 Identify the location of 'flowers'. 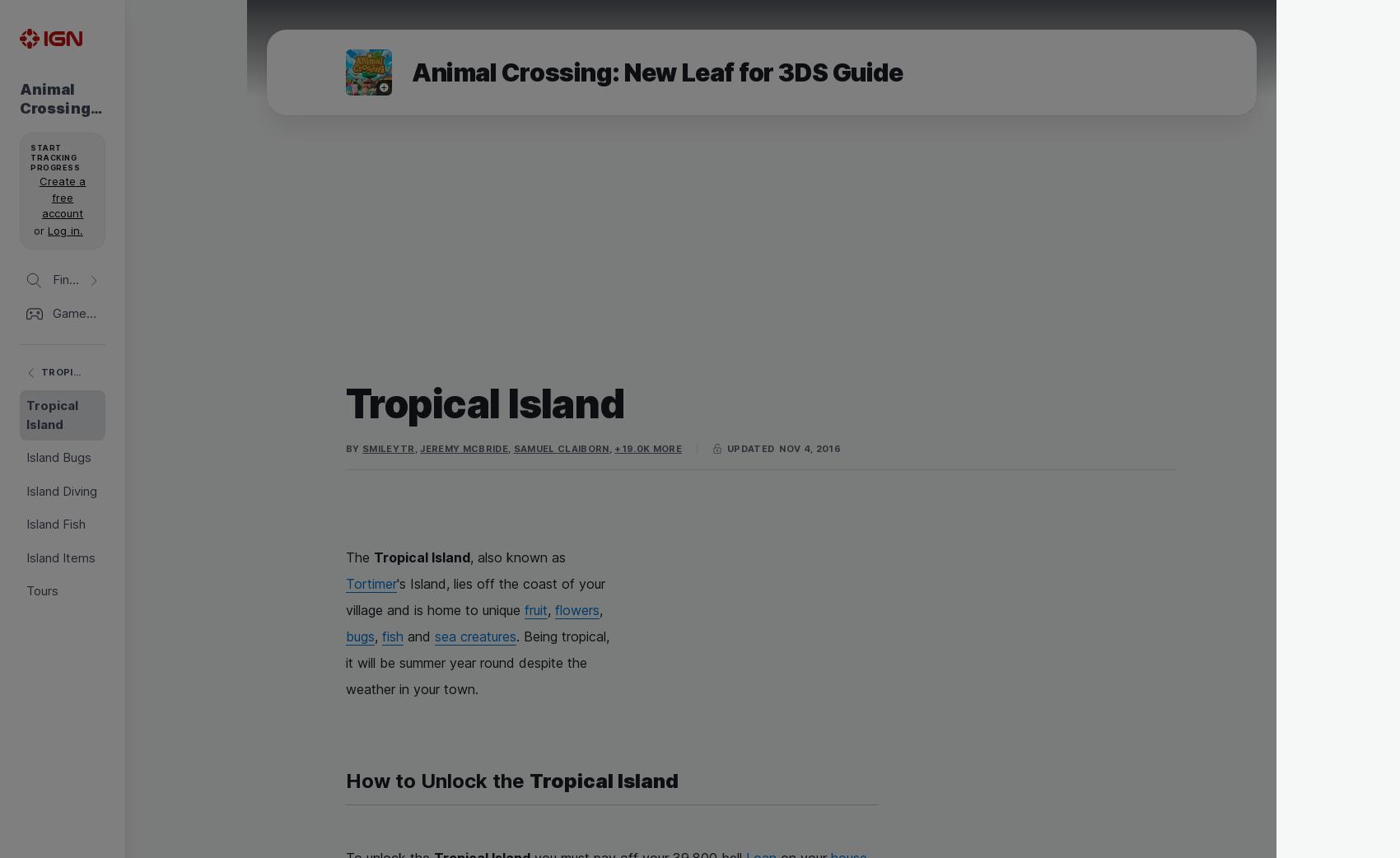
(555, 609).